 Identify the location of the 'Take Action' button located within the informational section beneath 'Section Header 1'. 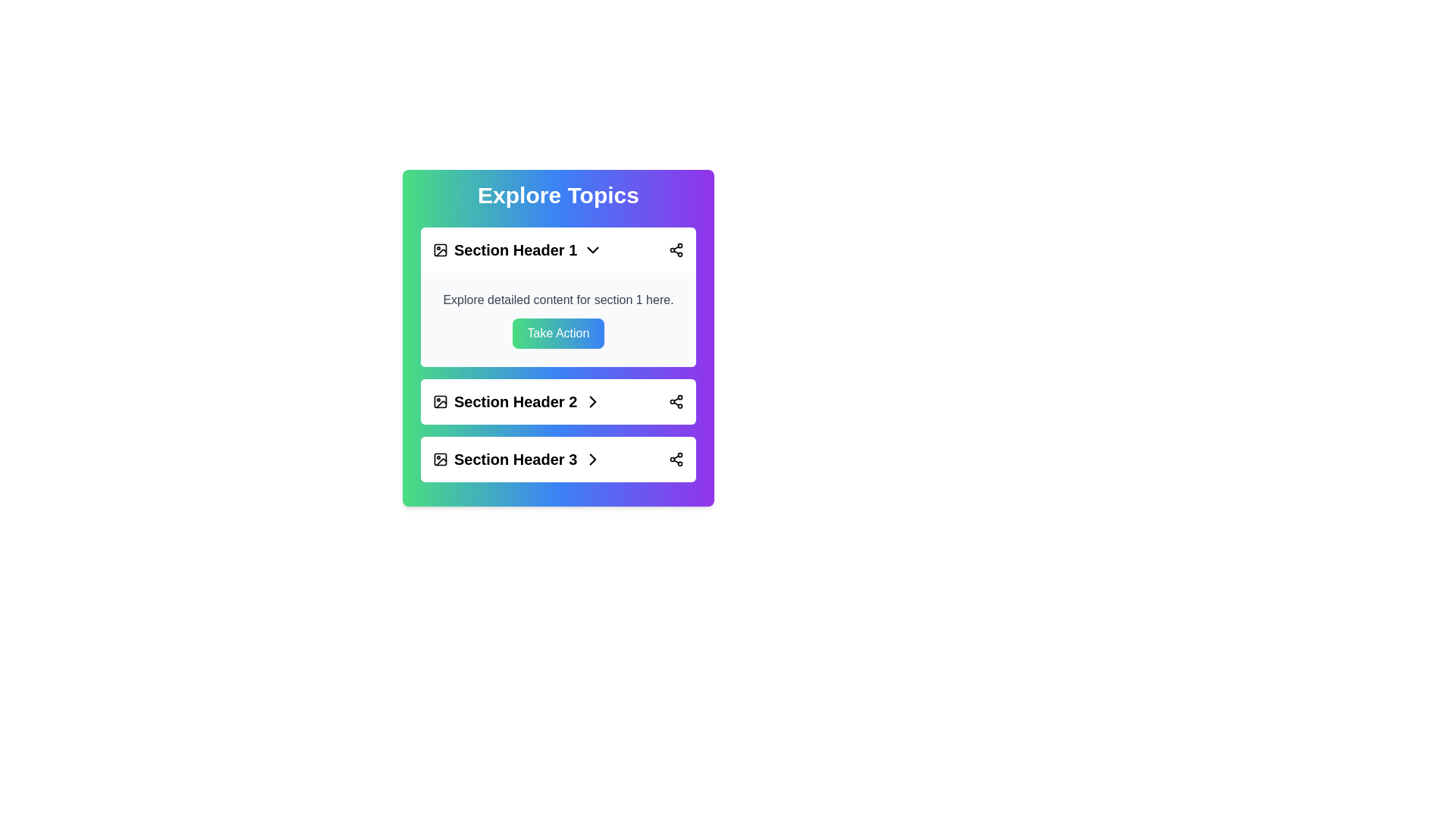
(557, 318).